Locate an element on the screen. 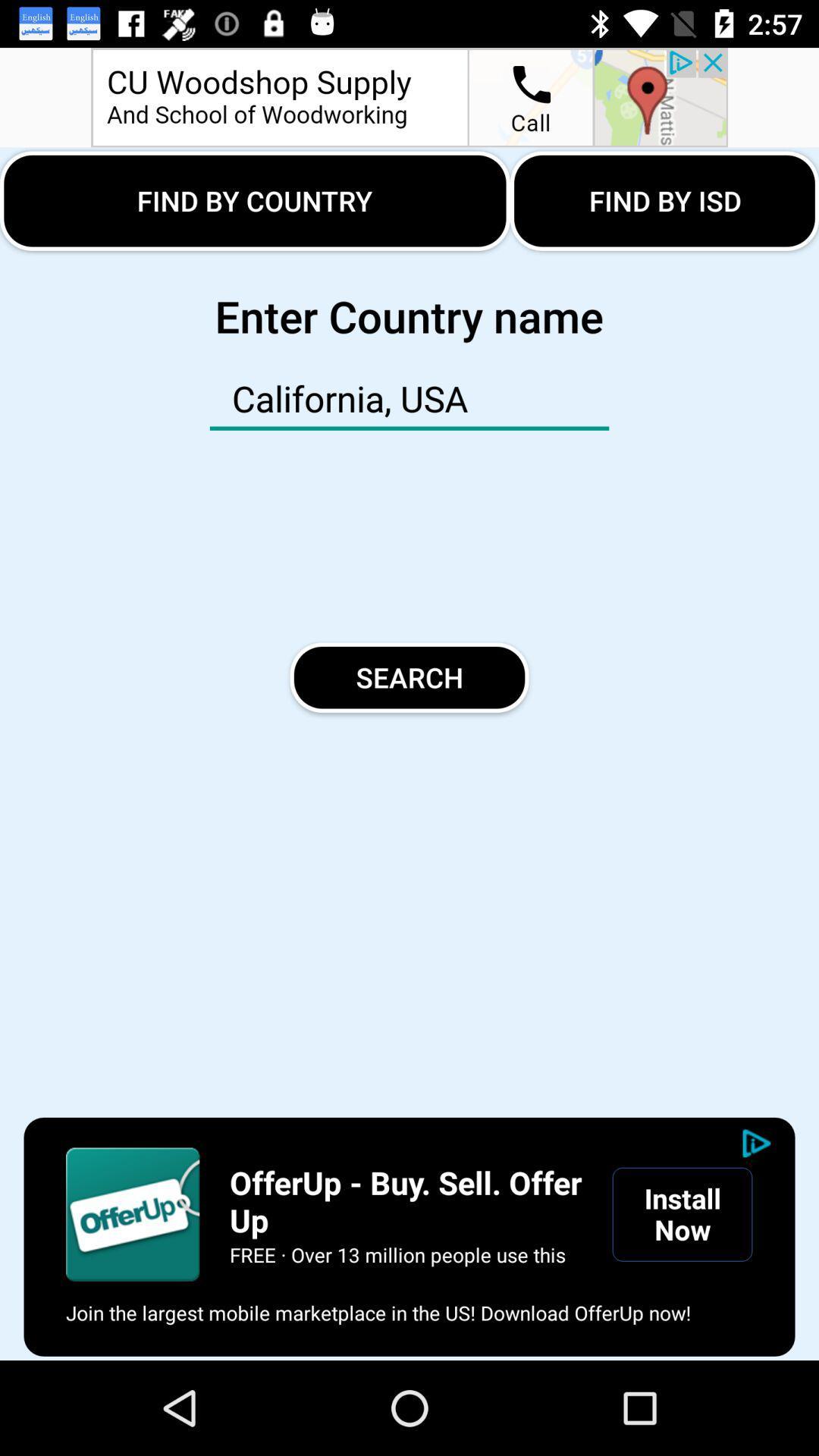 The height and width of the screenshot is (1456, 819). advertisement is located at coordinates (409, 96).